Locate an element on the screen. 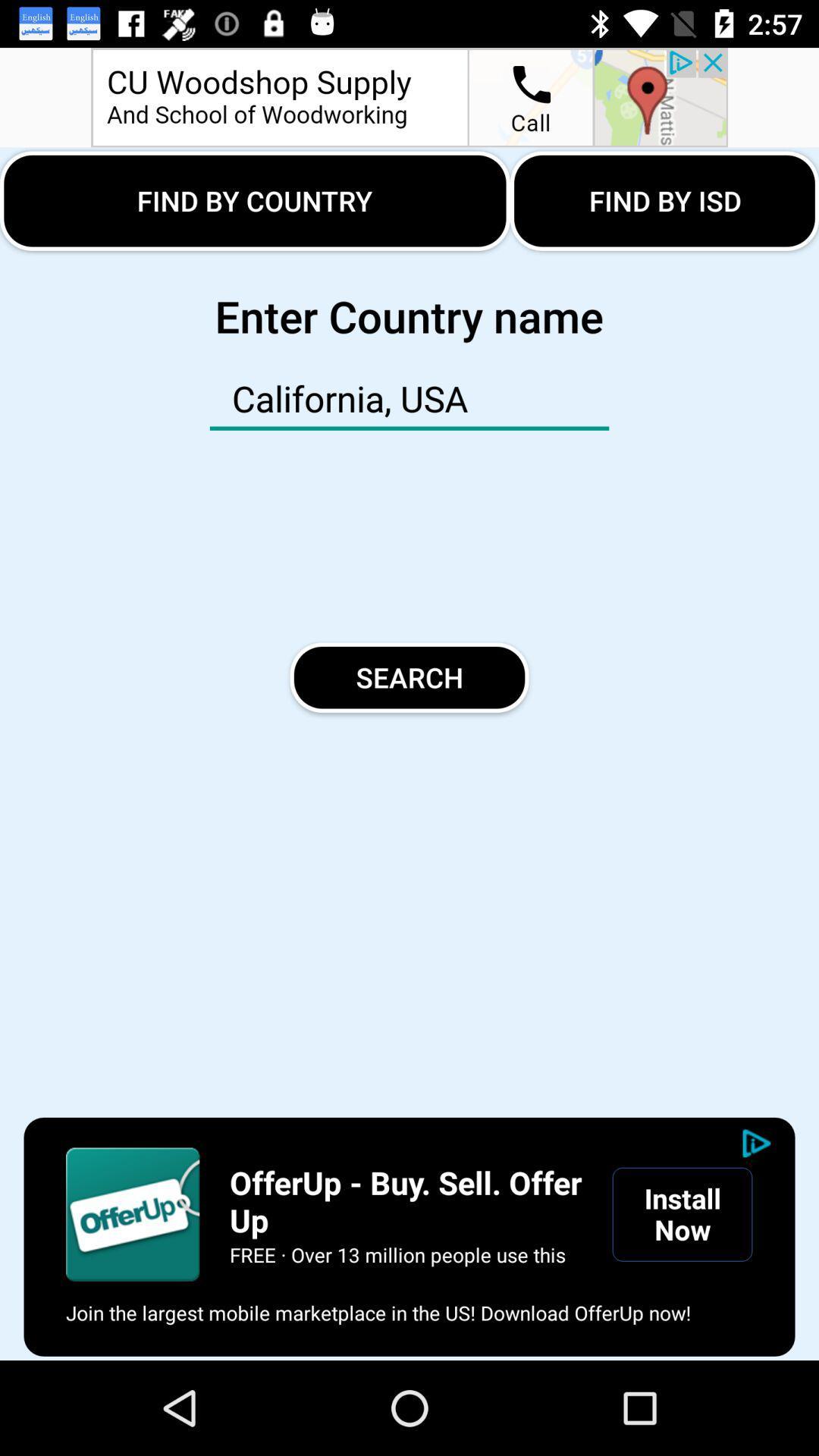 The height and width of the screenshot is (1456, 819). advertisement is located at coordinates (409, 96).